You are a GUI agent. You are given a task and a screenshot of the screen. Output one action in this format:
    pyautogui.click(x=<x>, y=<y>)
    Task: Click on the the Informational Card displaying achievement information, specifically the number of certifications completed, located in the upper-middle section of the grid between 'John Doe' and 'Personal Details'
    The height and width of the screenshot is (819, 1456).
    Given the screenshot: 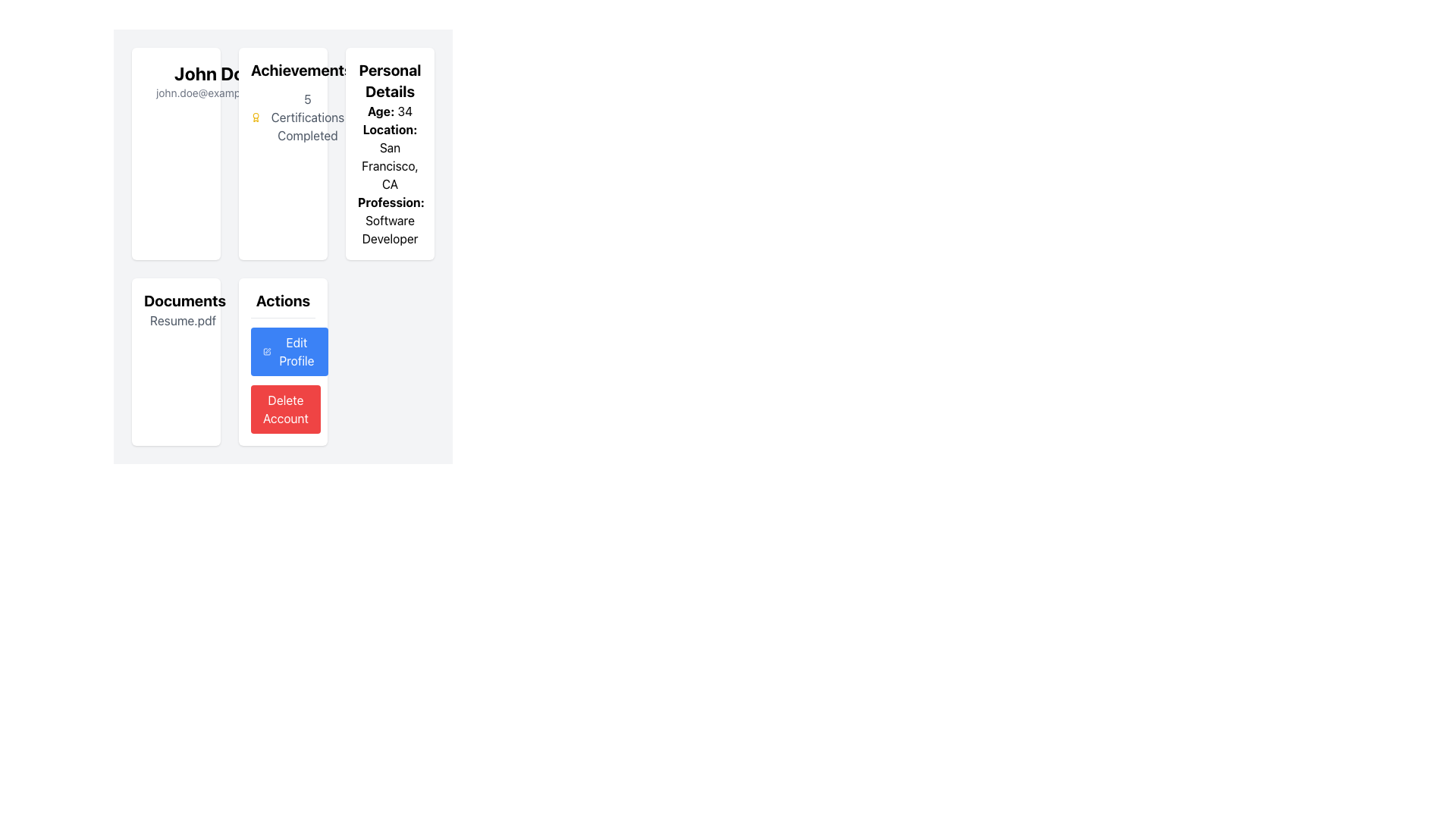 What is the action you would take?
    pyautogui.click(x=283, y=154)
    